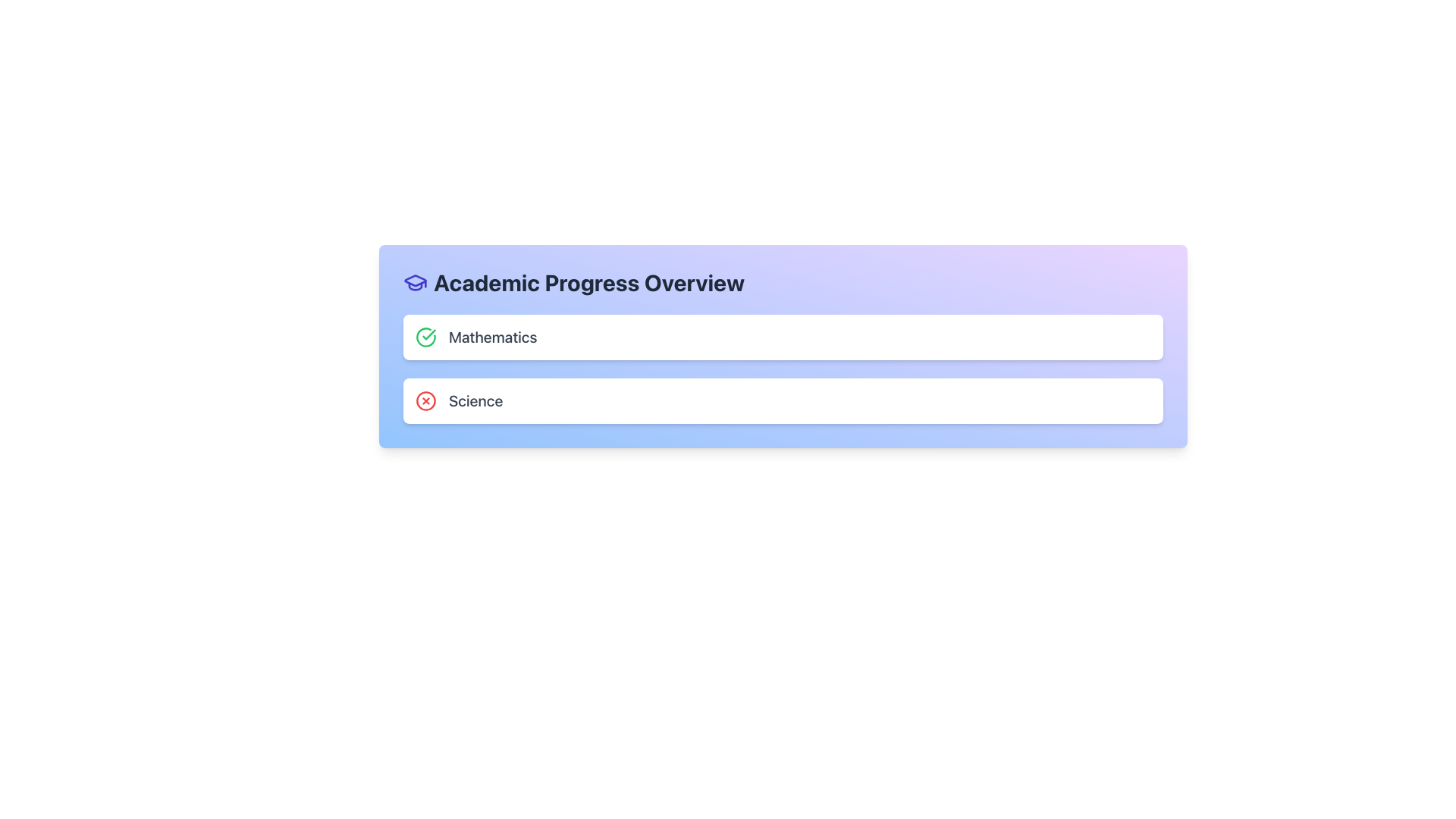 This screenshot has width=1456, height=819. I want to click on the 'Science' text label located in the second row of the 'Academic Progress Overview' card, which is styled with a medium-sized gray font on a gradient blue background, so click(475, 400).